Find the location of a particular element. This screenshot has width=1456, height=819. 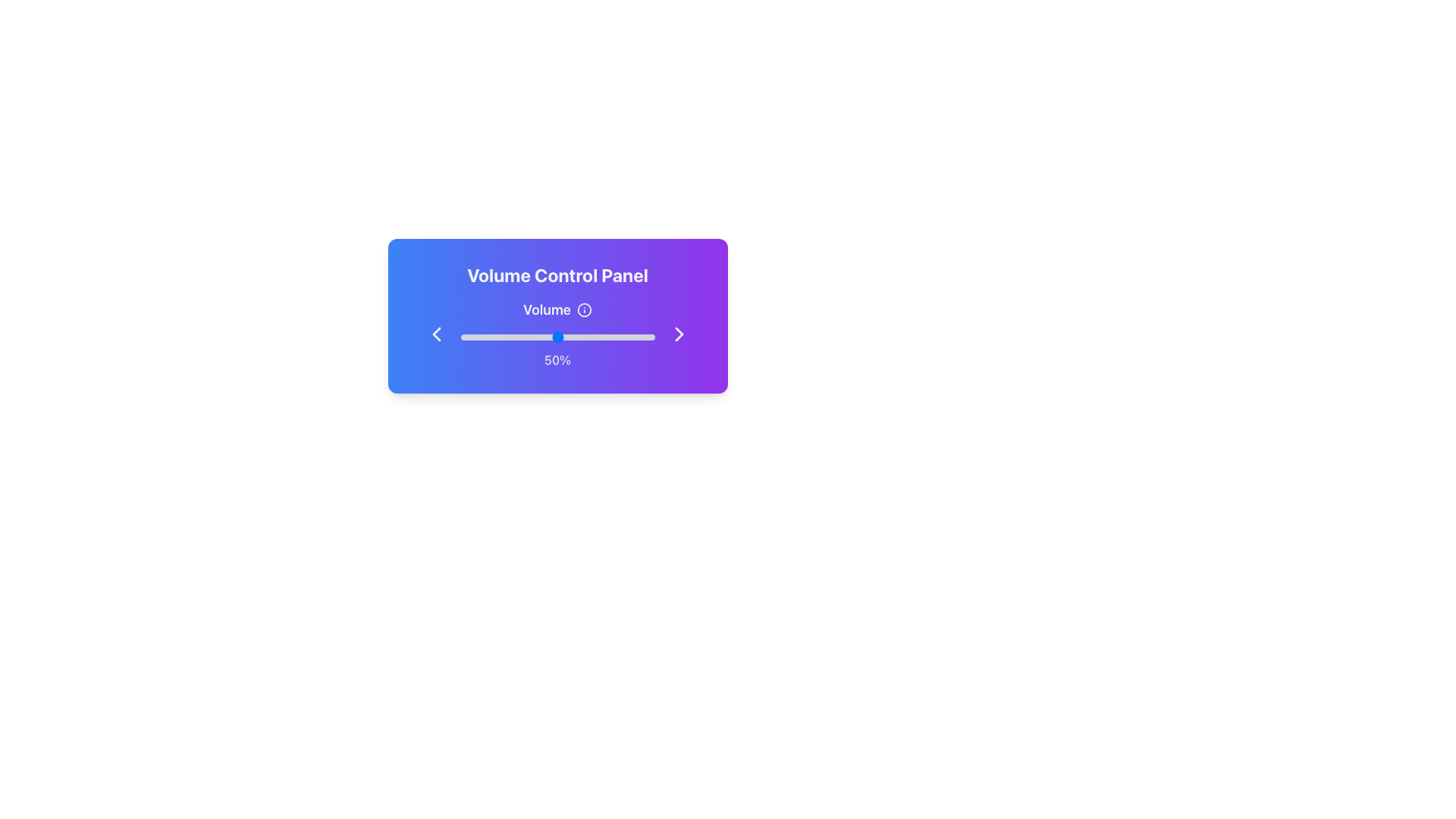

the volume level is located at coordinates (467, 336).